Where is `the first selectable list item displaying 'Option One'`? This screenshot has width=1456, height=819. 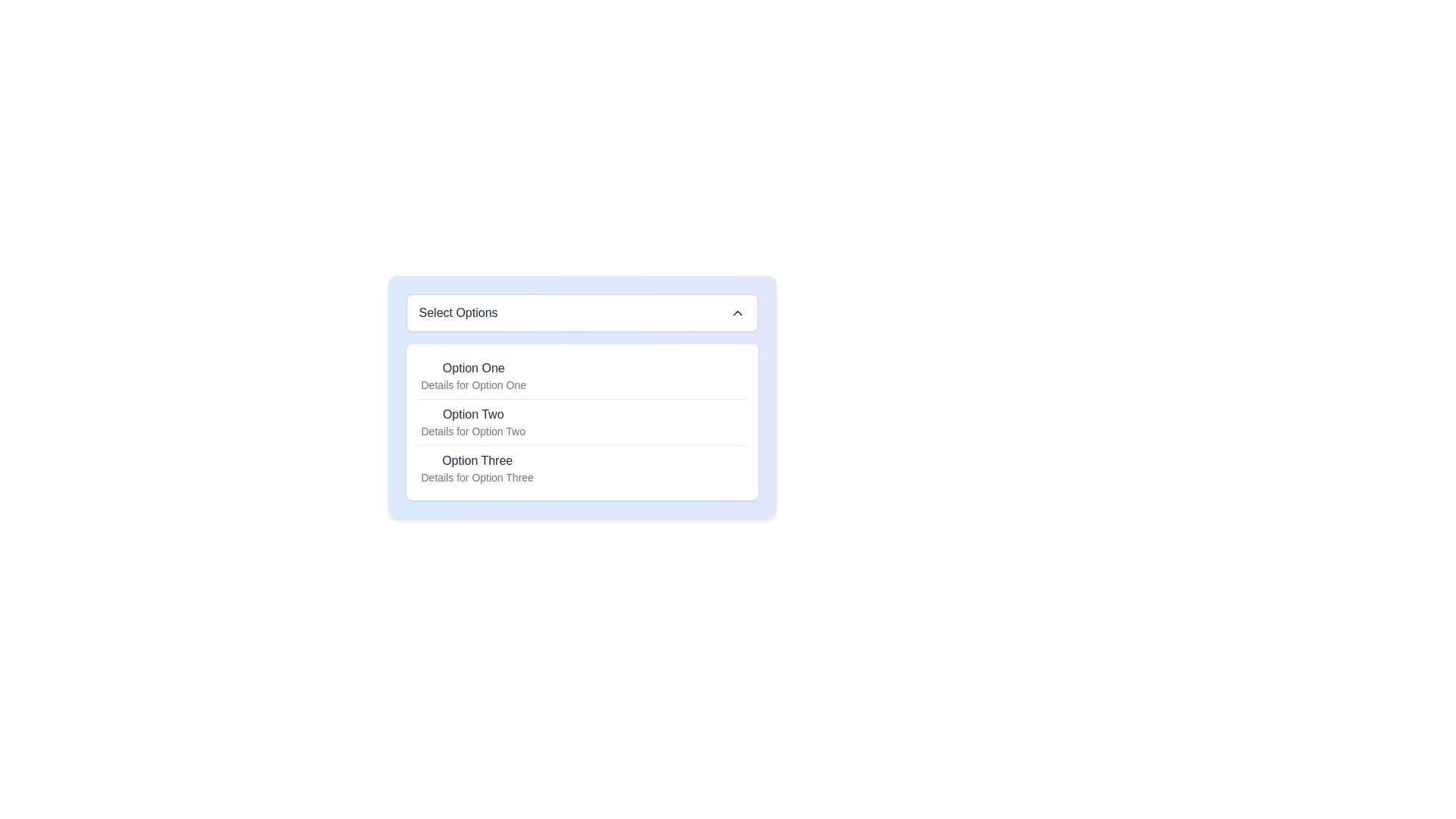
the first selectable list item displaying 'Option One' is located at coordinates (581, 375).